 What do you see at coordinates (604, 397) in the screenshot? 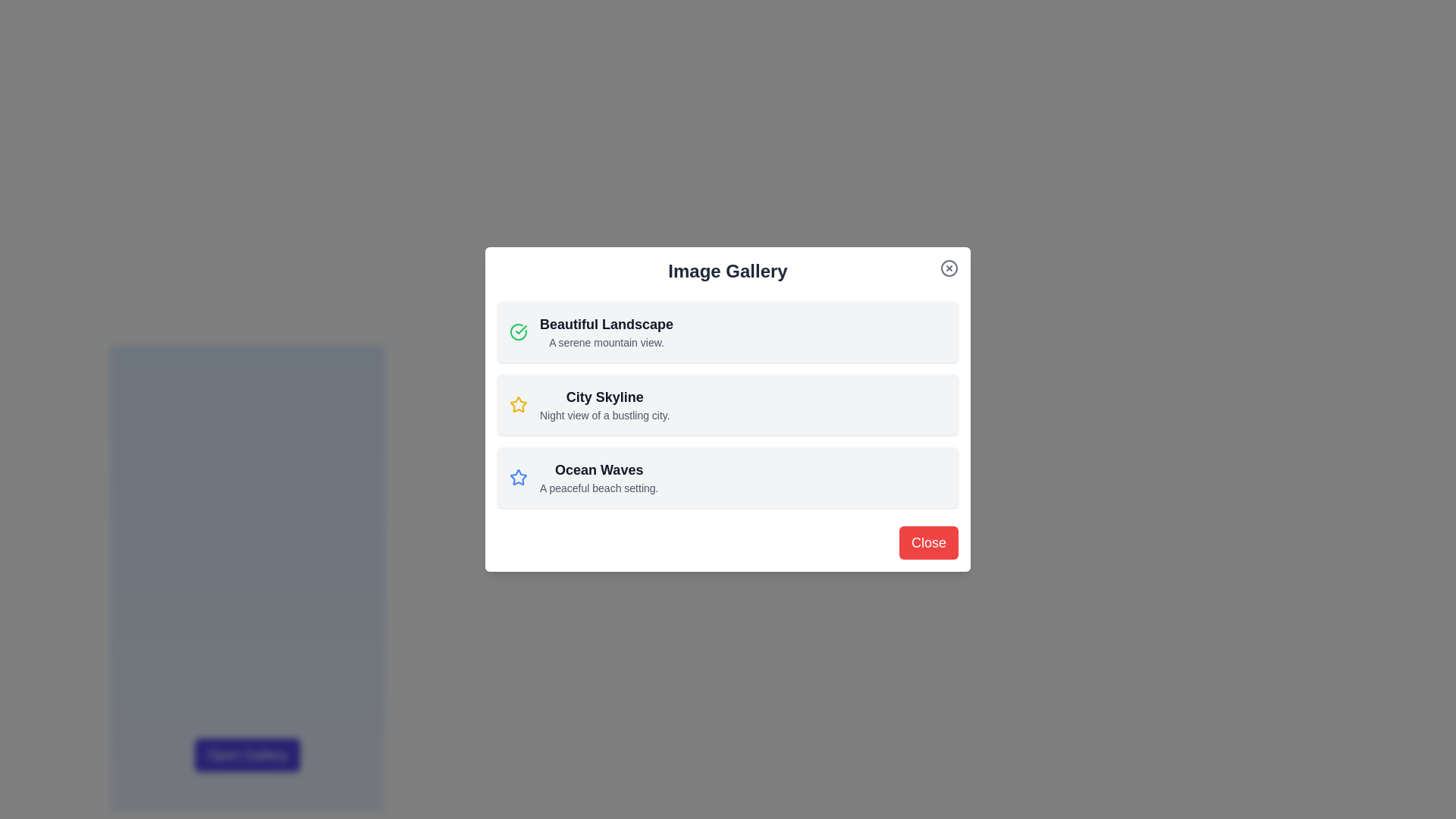
I see `the static text element that serves as a title or header for the gallery item, located in the modal titled 'Image Gallery'` at bounding box center [604, 397].